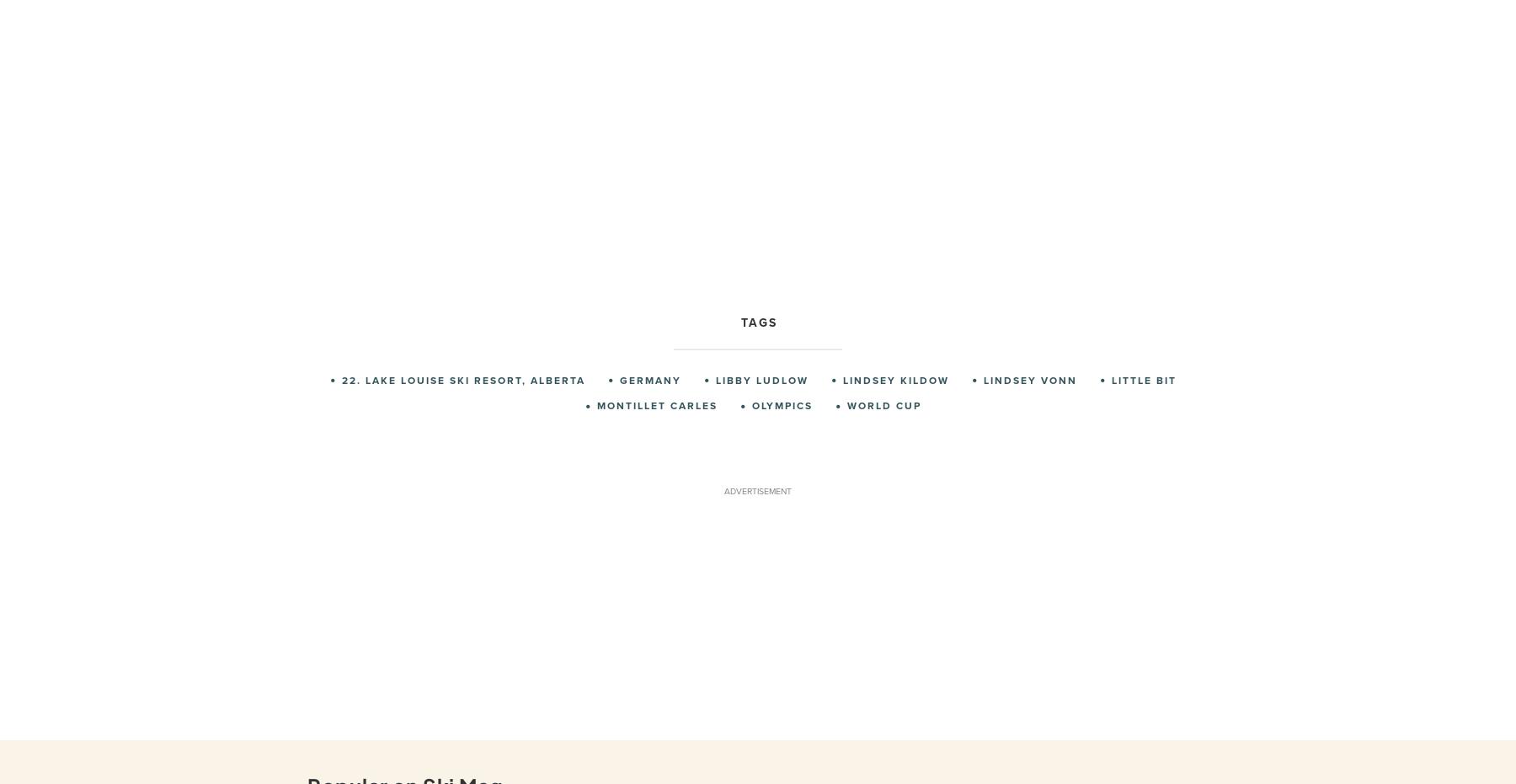 The width and height of the screenshot is (1516, 784). What do you see at coordinates (758, 322) in the screenshot?
I see `'Tags'` at bounding box center [758, 322].